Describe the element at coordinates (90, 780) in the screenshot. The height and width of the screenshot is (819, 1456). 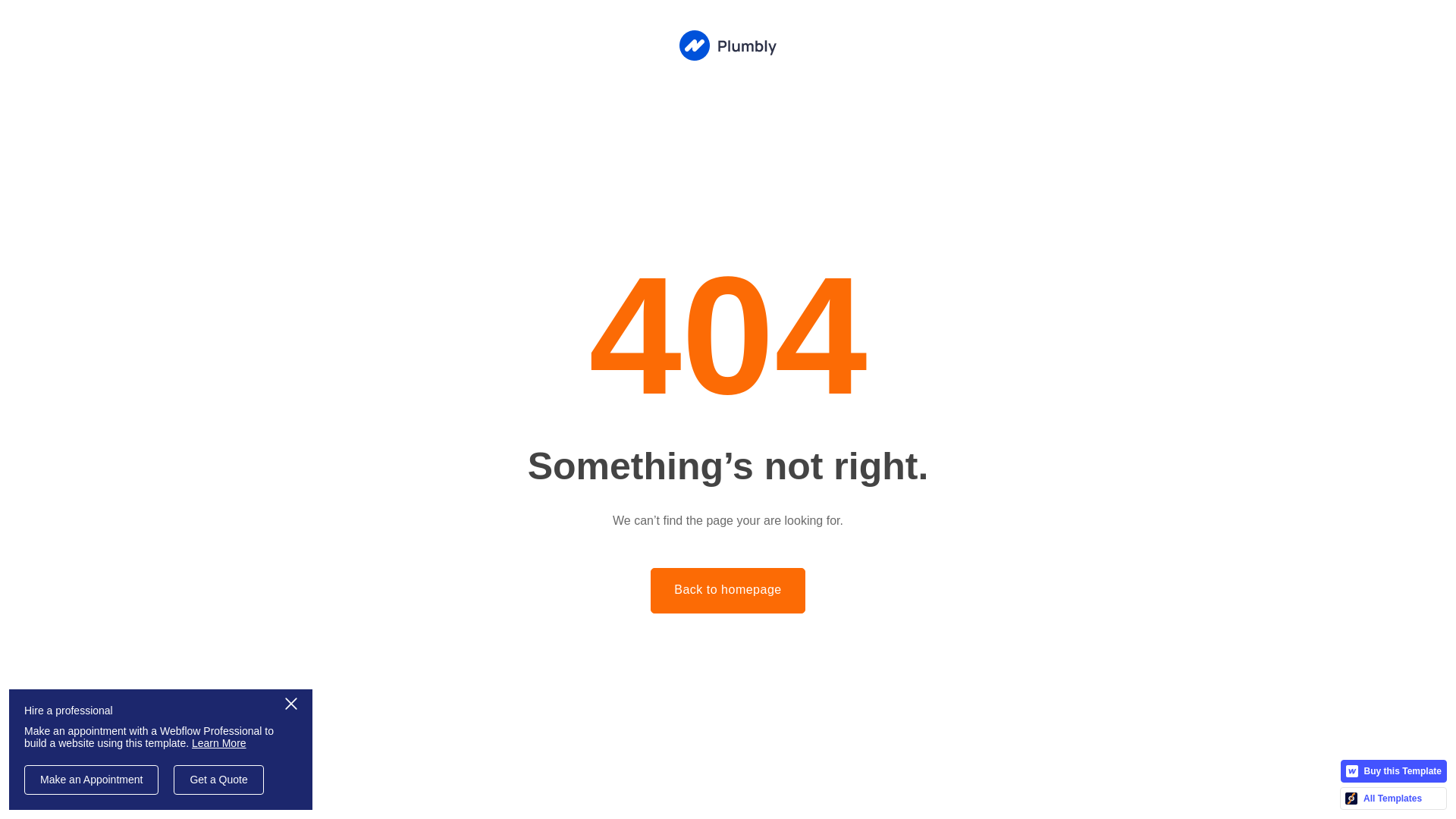
I see `'Make an Appointment'` at that location.